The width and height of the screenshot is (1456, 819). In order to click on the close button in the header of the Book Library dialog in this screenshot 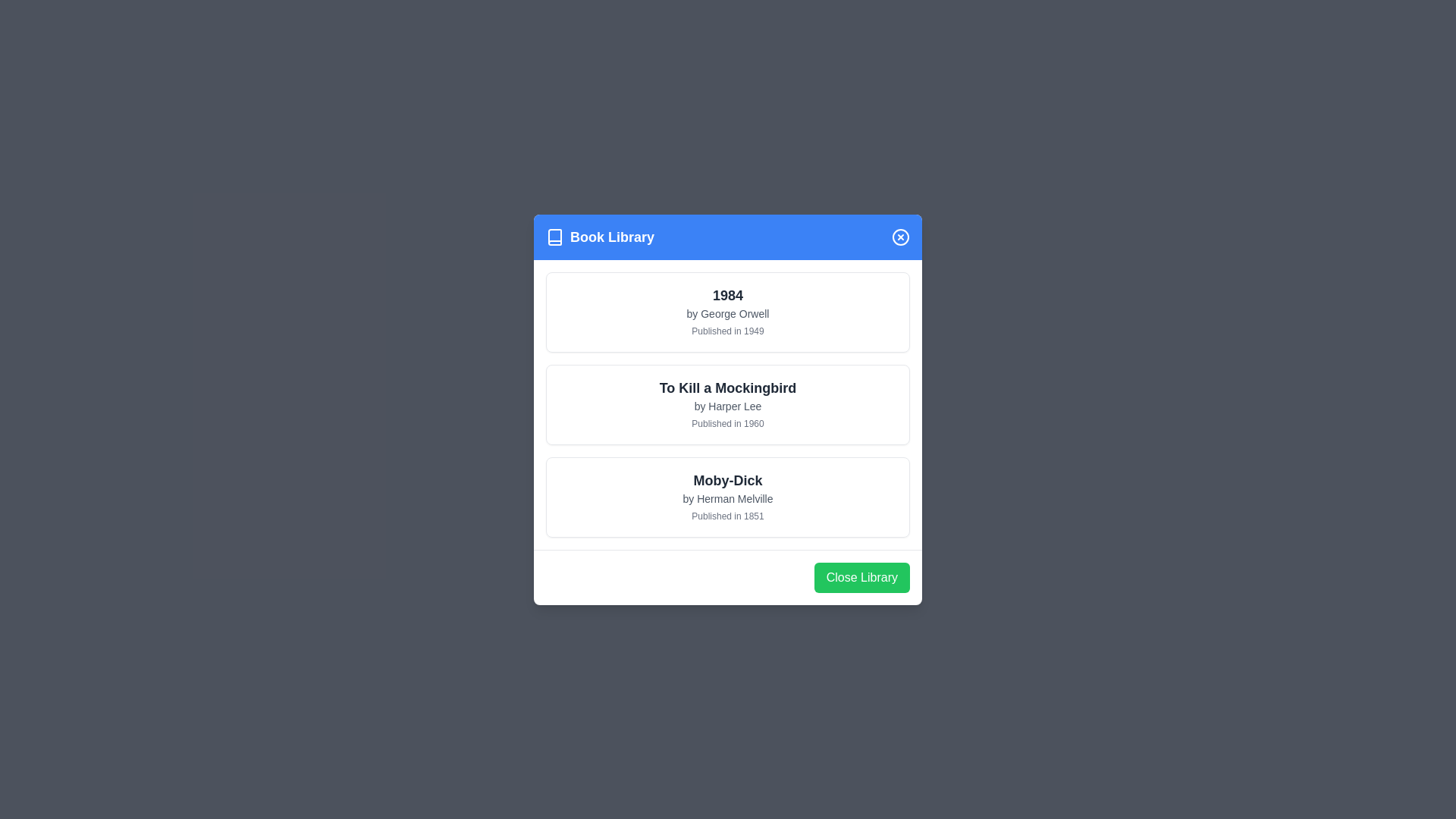, I will do `click(901, 237)`.